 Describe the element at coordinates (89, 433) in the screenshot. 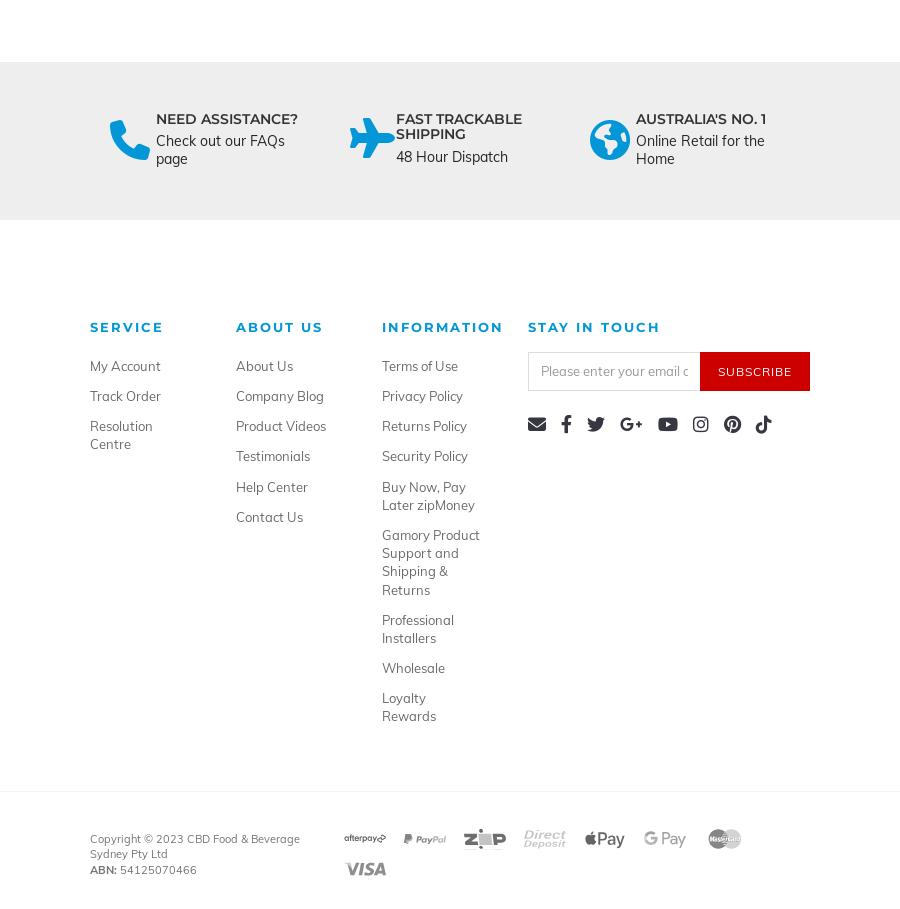

I see `'Resolution Centre'` at that location.